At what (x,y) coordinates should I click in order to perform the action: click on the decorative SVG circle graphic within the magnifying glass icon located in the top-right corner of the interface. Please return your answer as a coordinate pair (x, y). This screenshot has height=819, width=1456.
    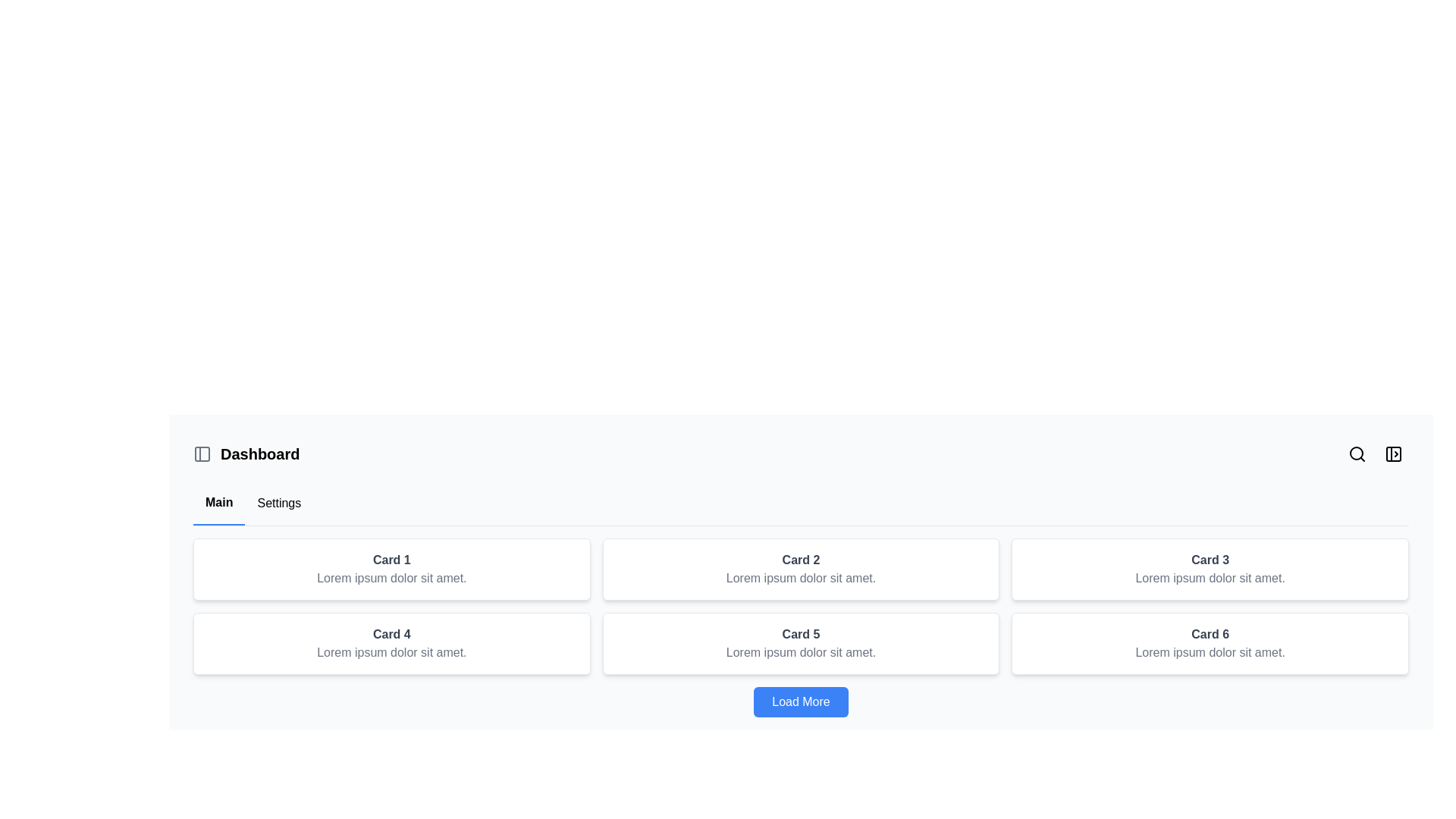
    Looking at the image, I should click on (1357, 452).